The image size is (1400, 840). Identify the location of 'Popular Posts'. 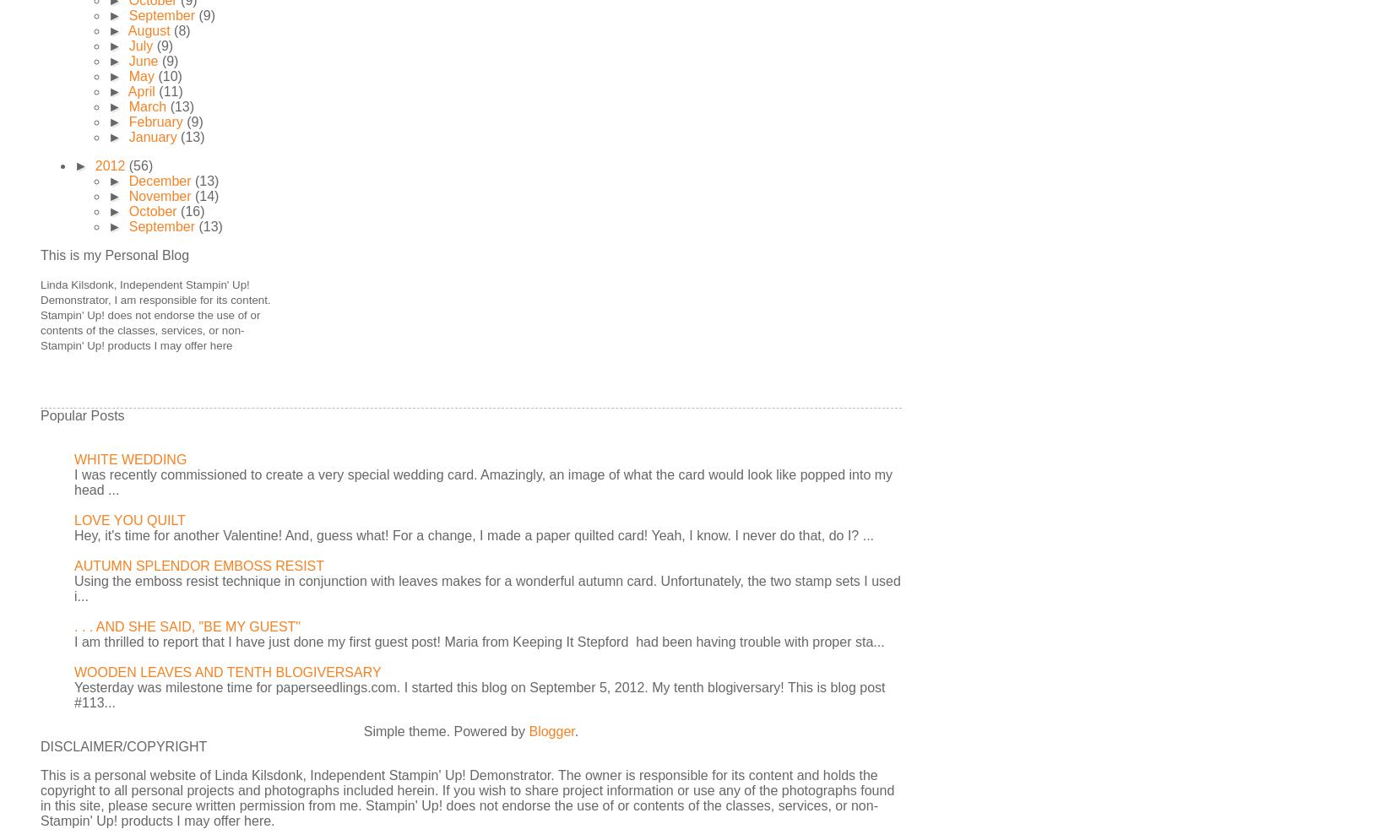
(81, 415).